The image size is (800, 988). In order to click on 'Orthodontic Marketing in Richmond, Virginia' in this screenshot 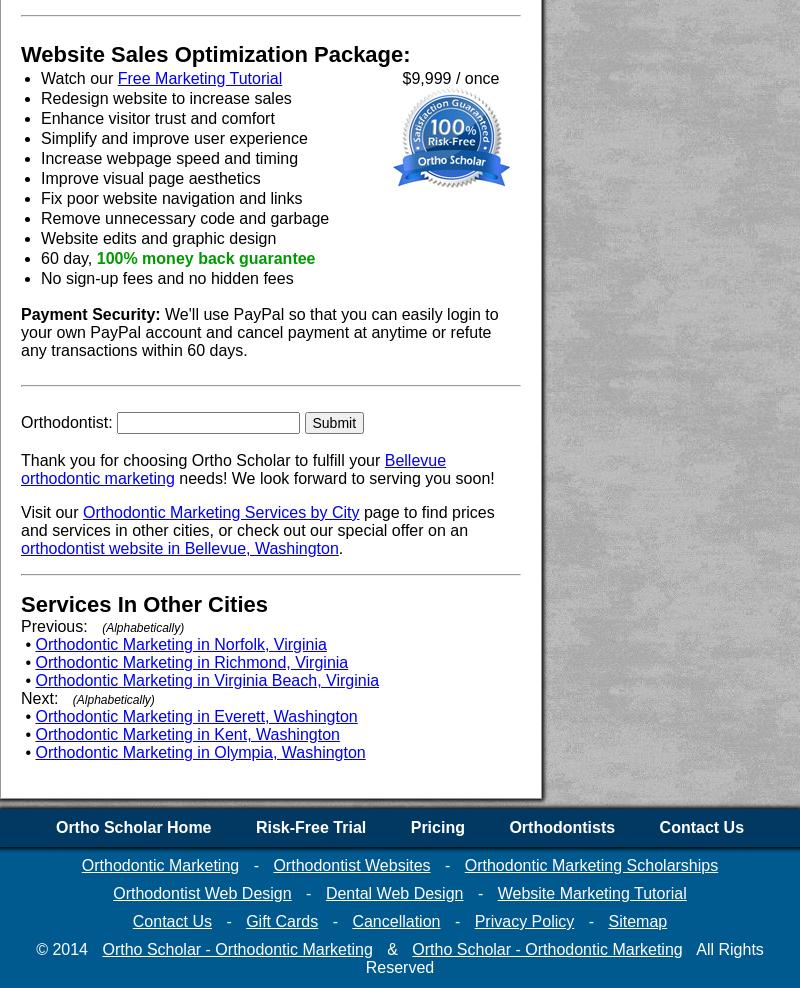, I will do `click(190, 661)`.